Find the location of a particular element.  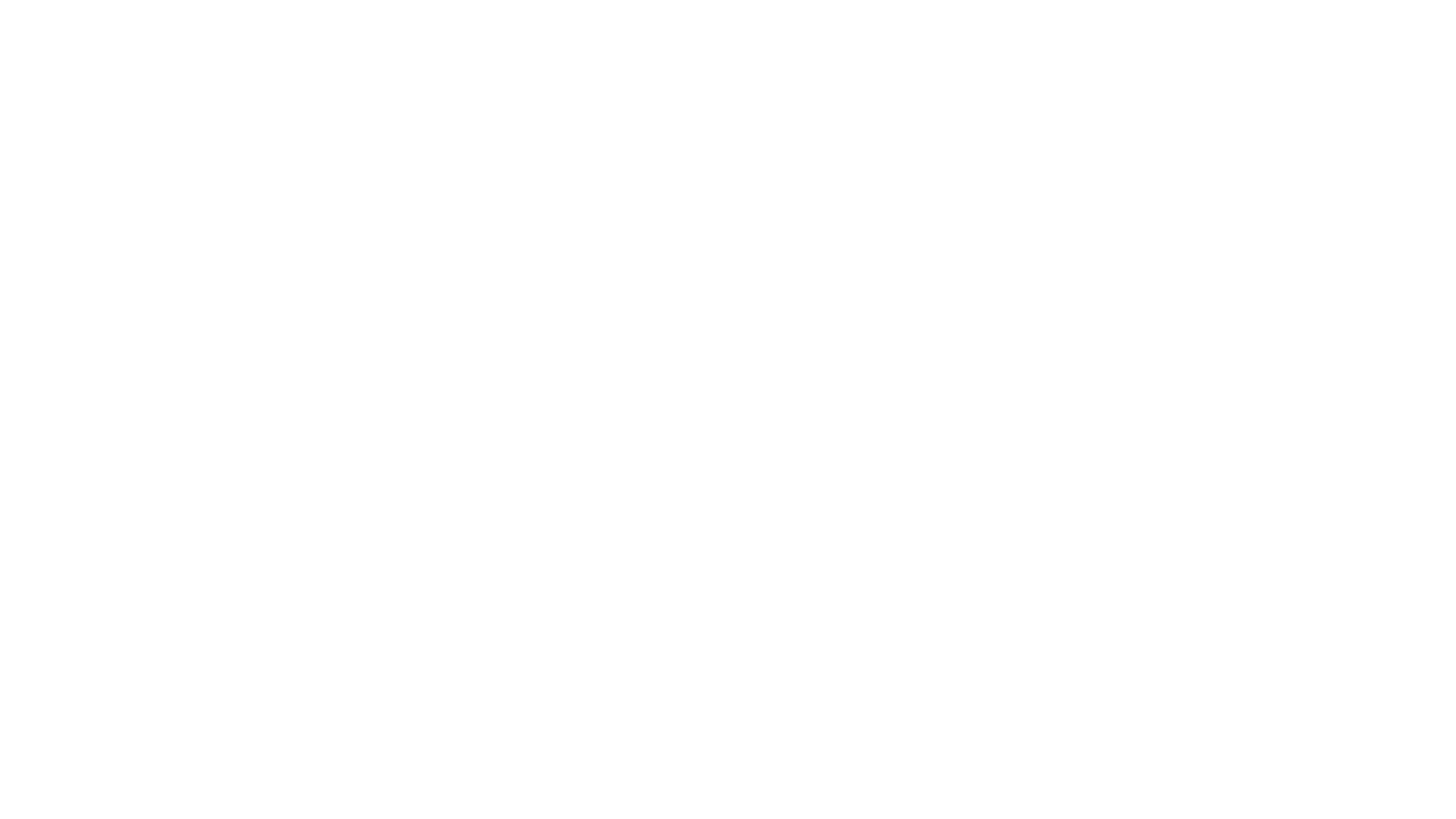

Search is located at coordinates (1059, 67).